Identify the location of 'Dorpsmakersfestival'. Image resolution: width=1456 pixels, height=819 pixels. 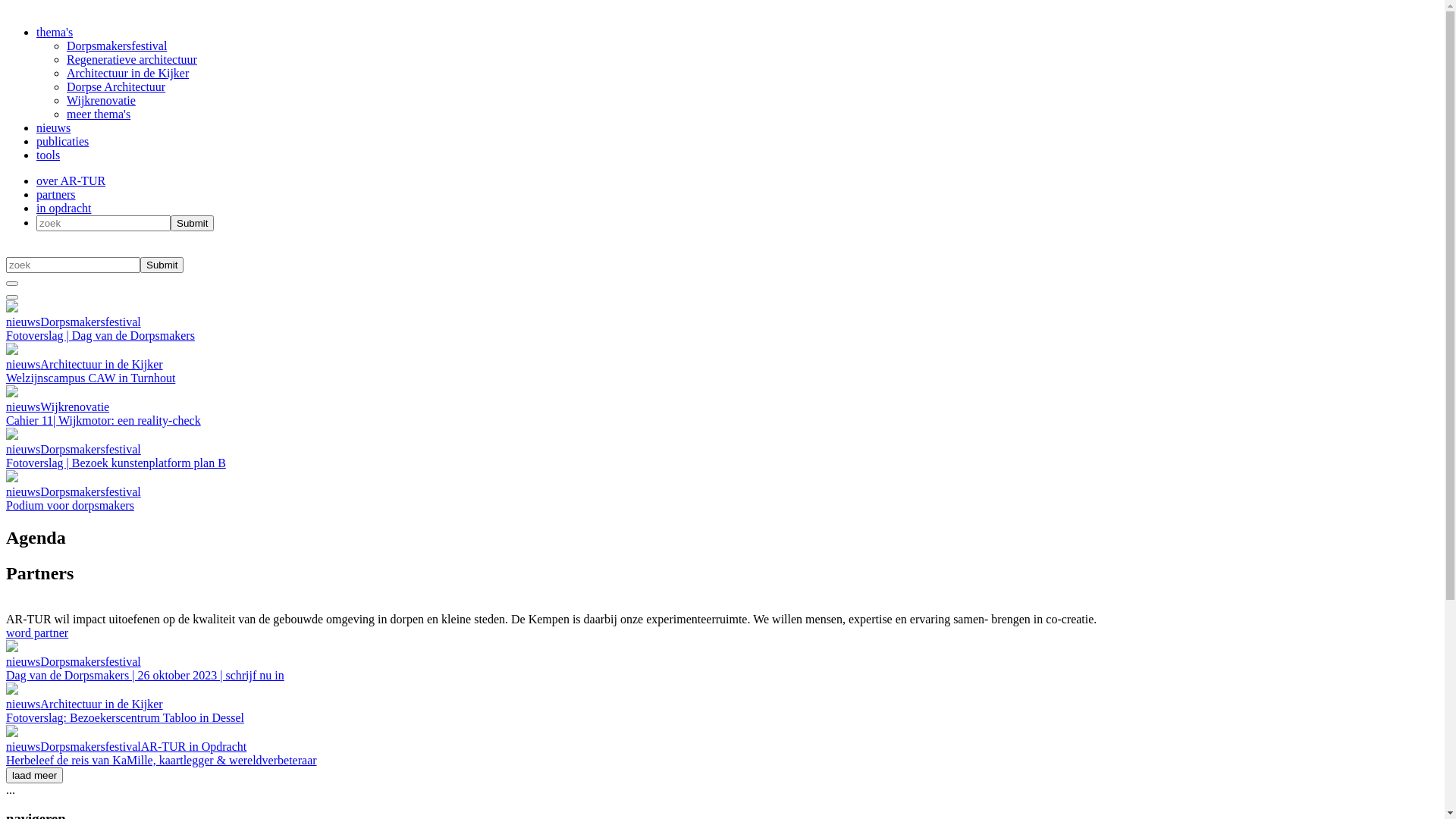
(115, 45).